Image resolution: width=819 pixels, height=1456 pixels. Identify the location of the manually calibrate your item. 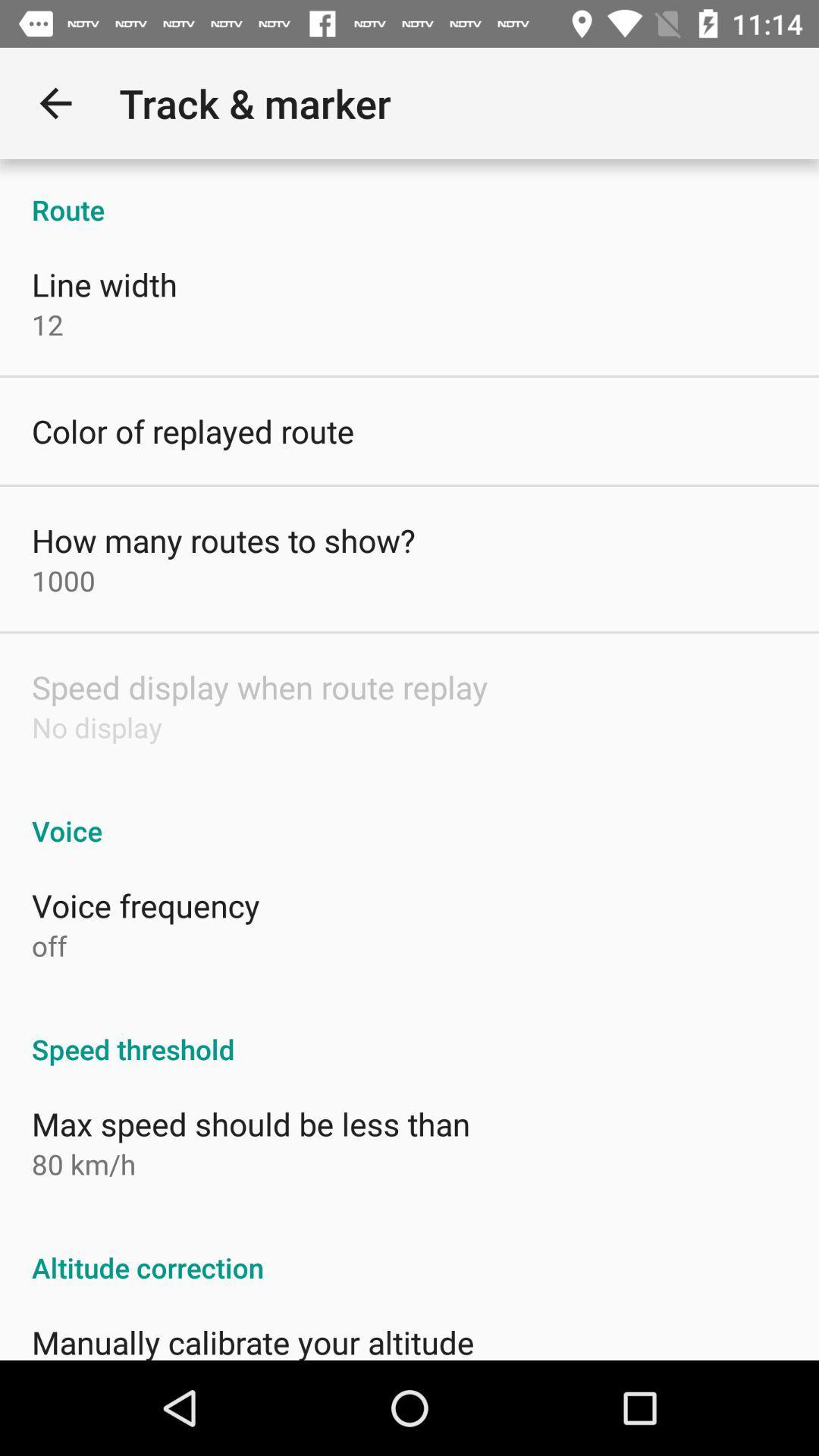
(252, 1340).